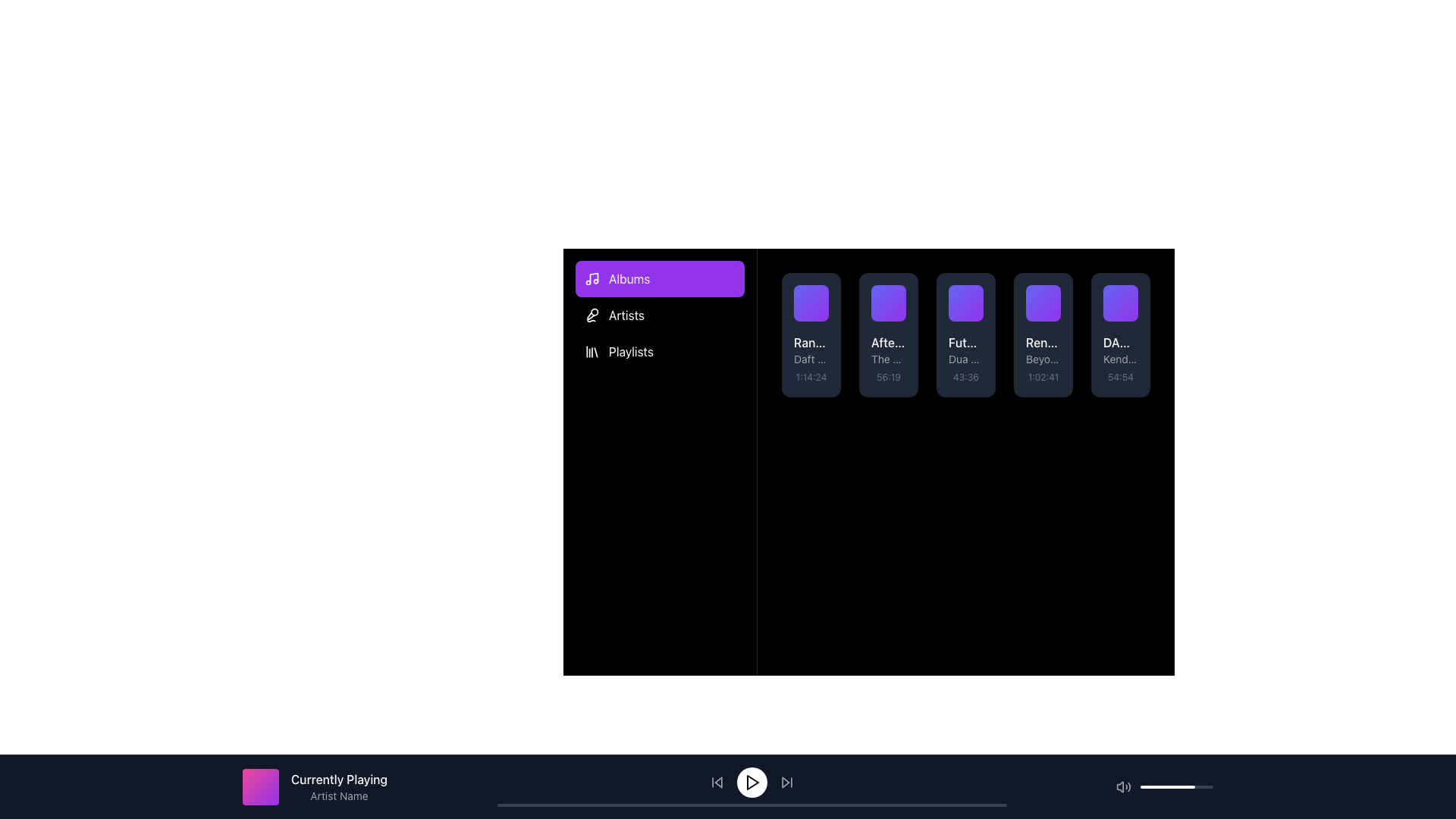 The image size is (1456, 819). I want to click on the small triangular 'back' button located in the bottom media control bar, so click(717, 783).